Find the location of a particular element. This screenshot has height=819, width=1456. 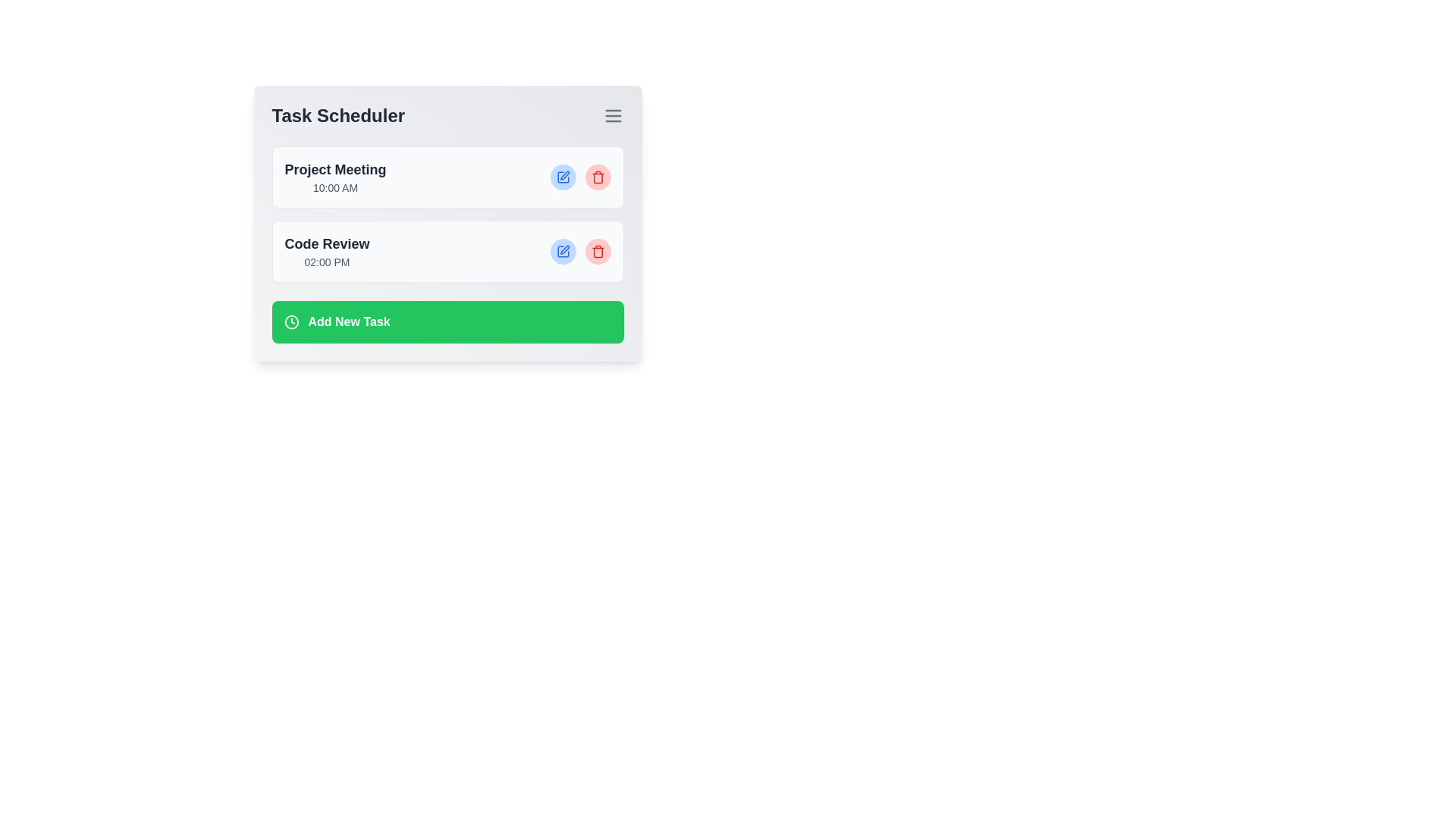

the toggle button located in the top-right corner of the 'Task Scheduler' panel is located at coordinates (613, 115).